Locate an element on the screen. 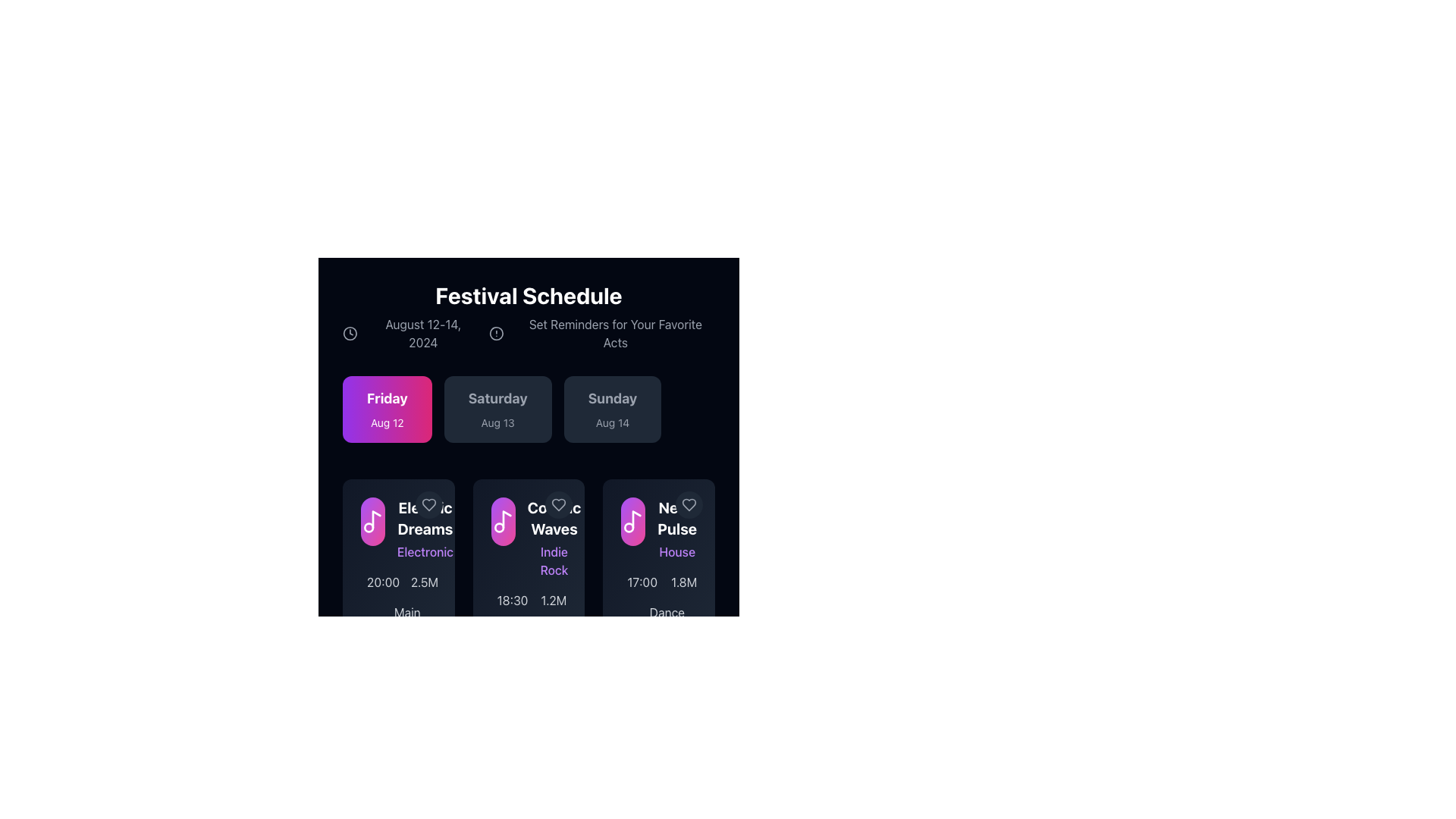 The image size is (1456, 819). the musical note SVG icon located within the first item from the left in the row of schedule entries under the 'Friday, Aug 12' section of the 'Festival Schedule' interface, which is vertically aligned with the text 'Electric Dreams' is located at coordinates (372, 520).